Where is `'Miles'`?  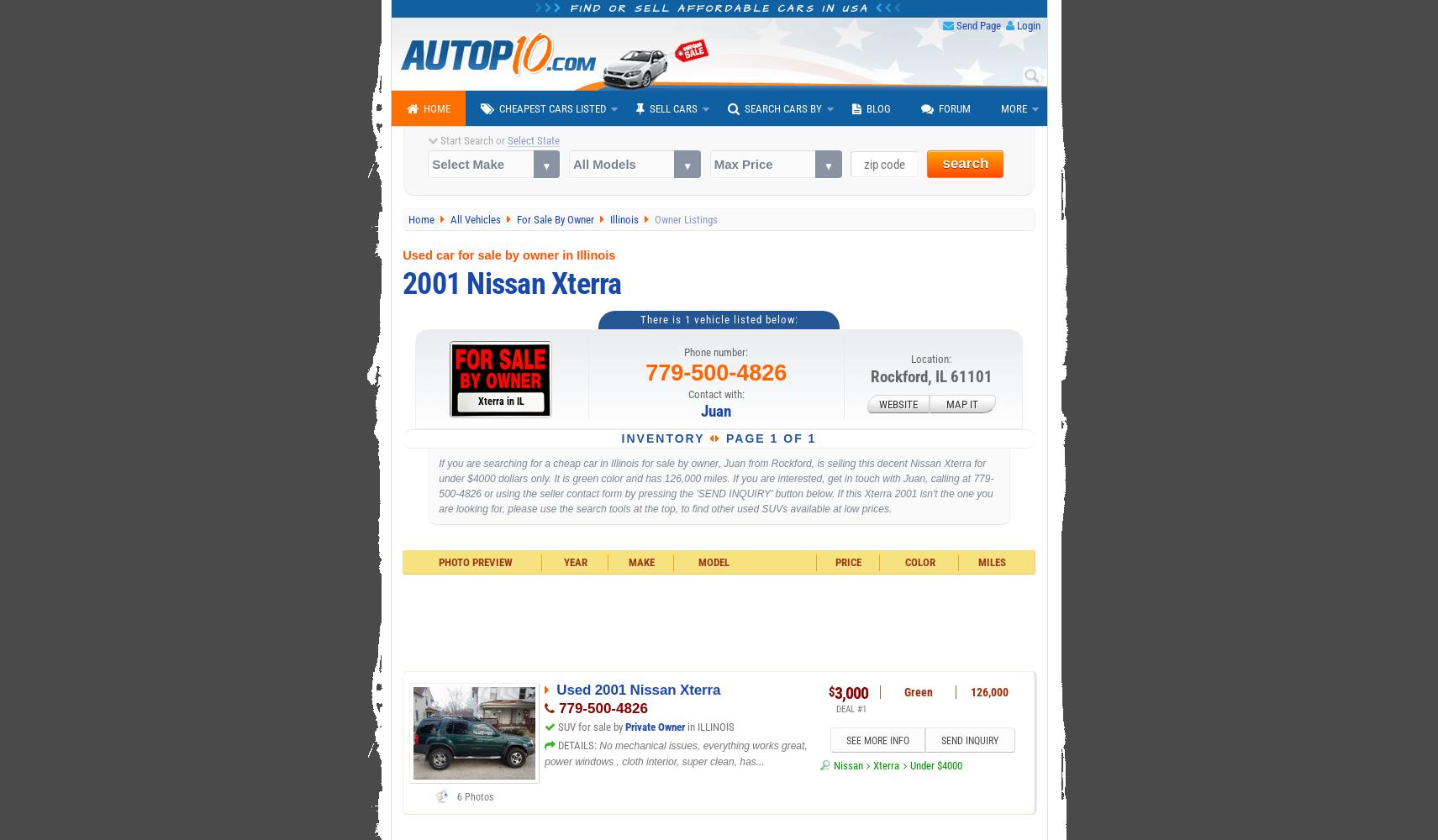
'Miles' is located at coordinates (991, 562).